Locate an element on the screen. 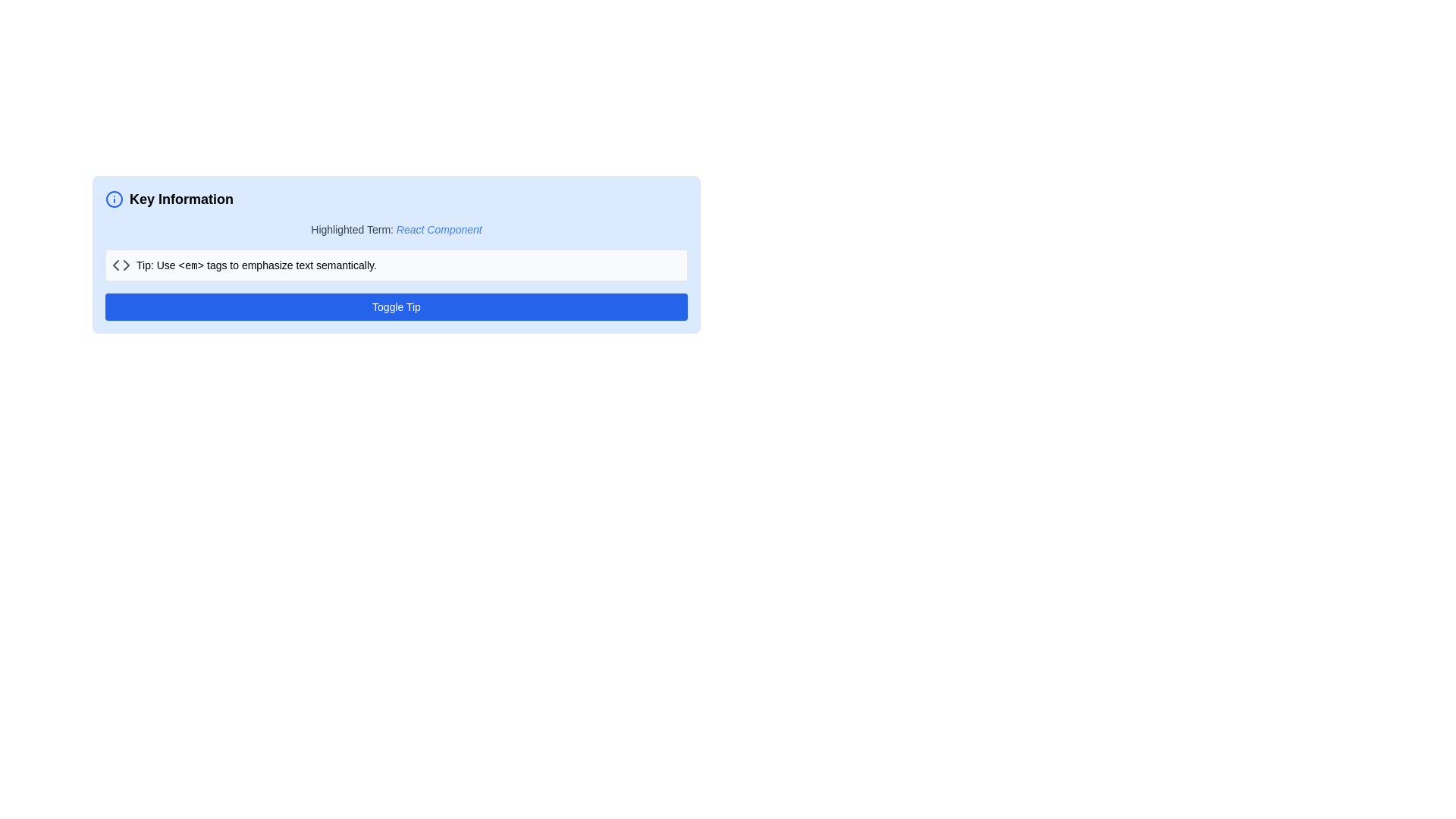 The height and width of the screenshot is (819, 1456). the SVG circle element that is part of the information icon located in the top-left corner of the 'Key Information' section is located at coordinates (113, 198).